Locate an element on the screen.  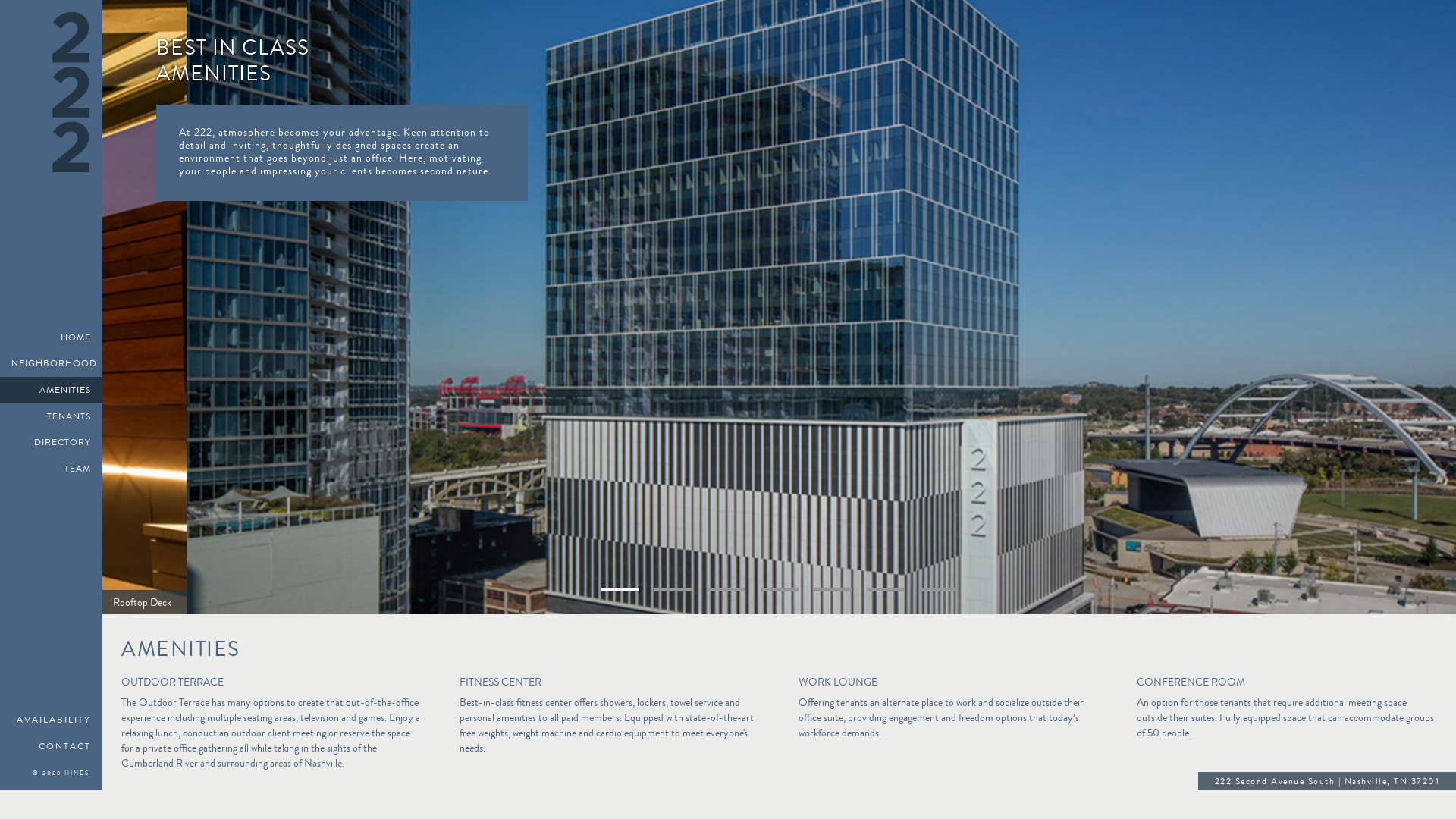
'NEIGHBORHOOD' is located at coordinates (0, 363).